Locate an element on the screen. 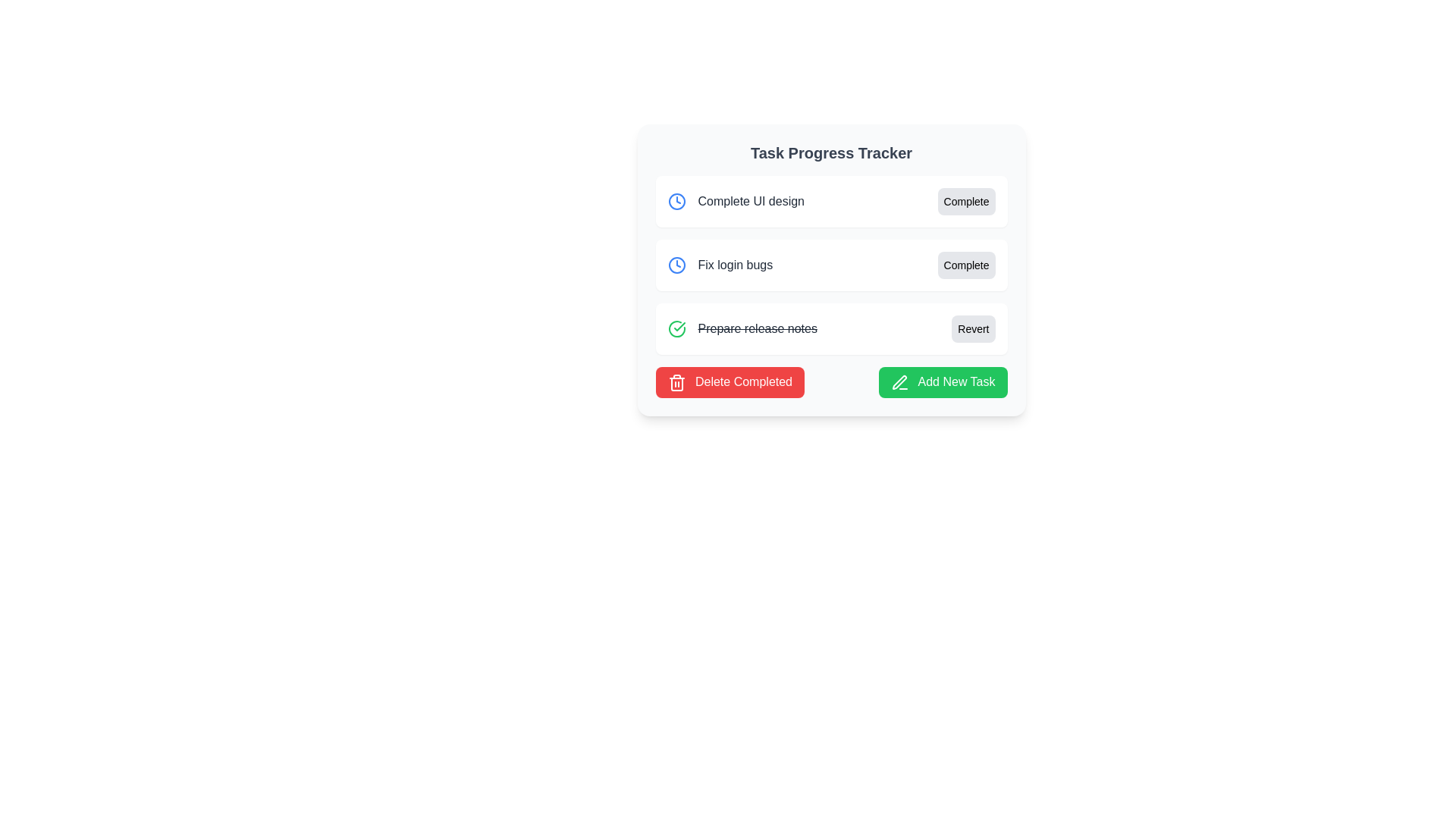 This screenshot has width=1456, height=819. the text label displaying 'Complete UI design', which is styled with a gray font color and located in the first task row of the task tracker UI, between a clock icon and a 'Complete' button is located at coordinates (751, 201).